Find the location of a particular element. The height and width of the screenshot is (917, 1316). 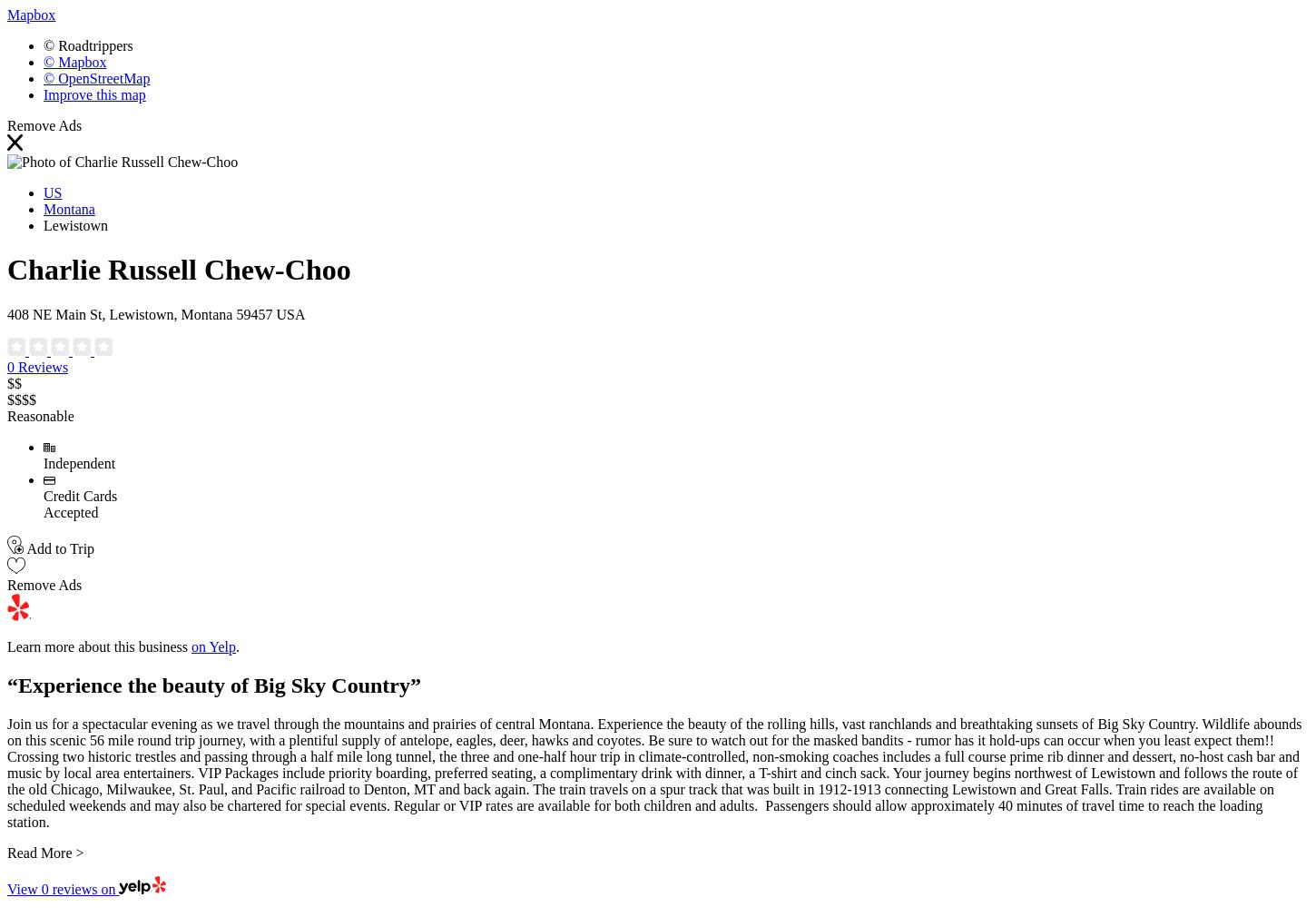

'Learn more about this business' is located at coordinates (99, 646).